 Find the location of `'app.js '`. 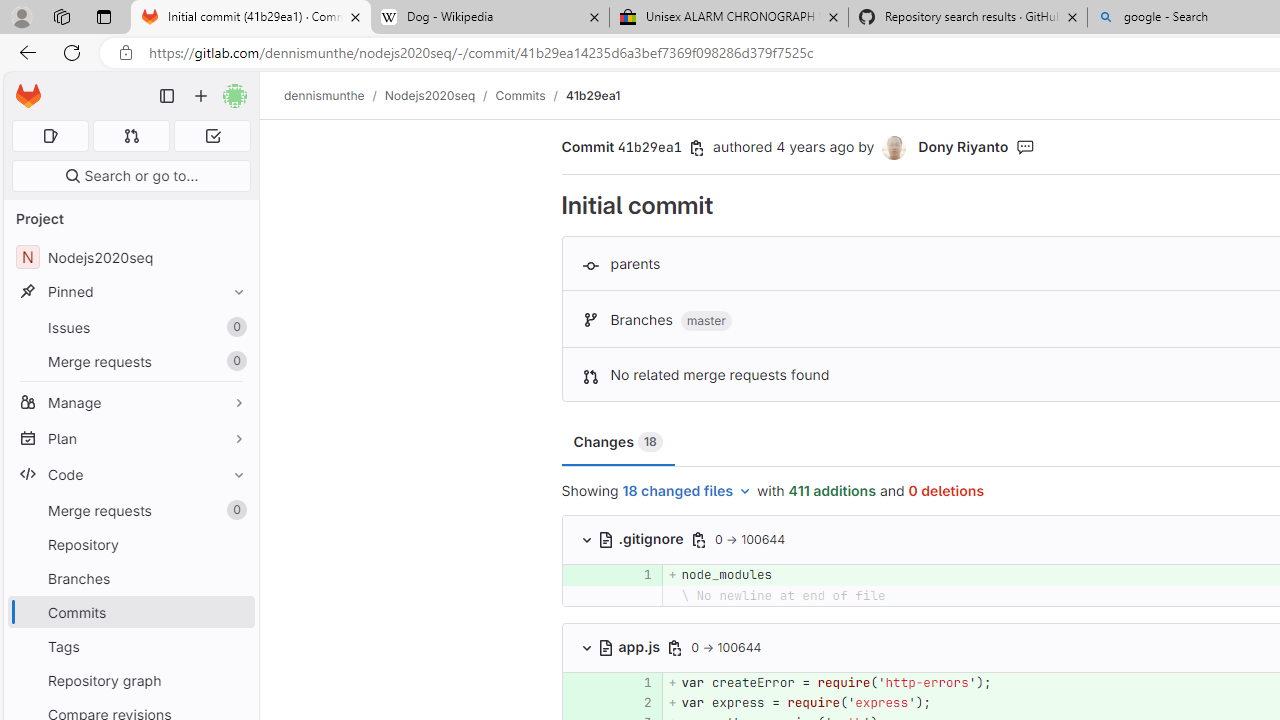

'app.js ' is located at coordinates (630, 646).